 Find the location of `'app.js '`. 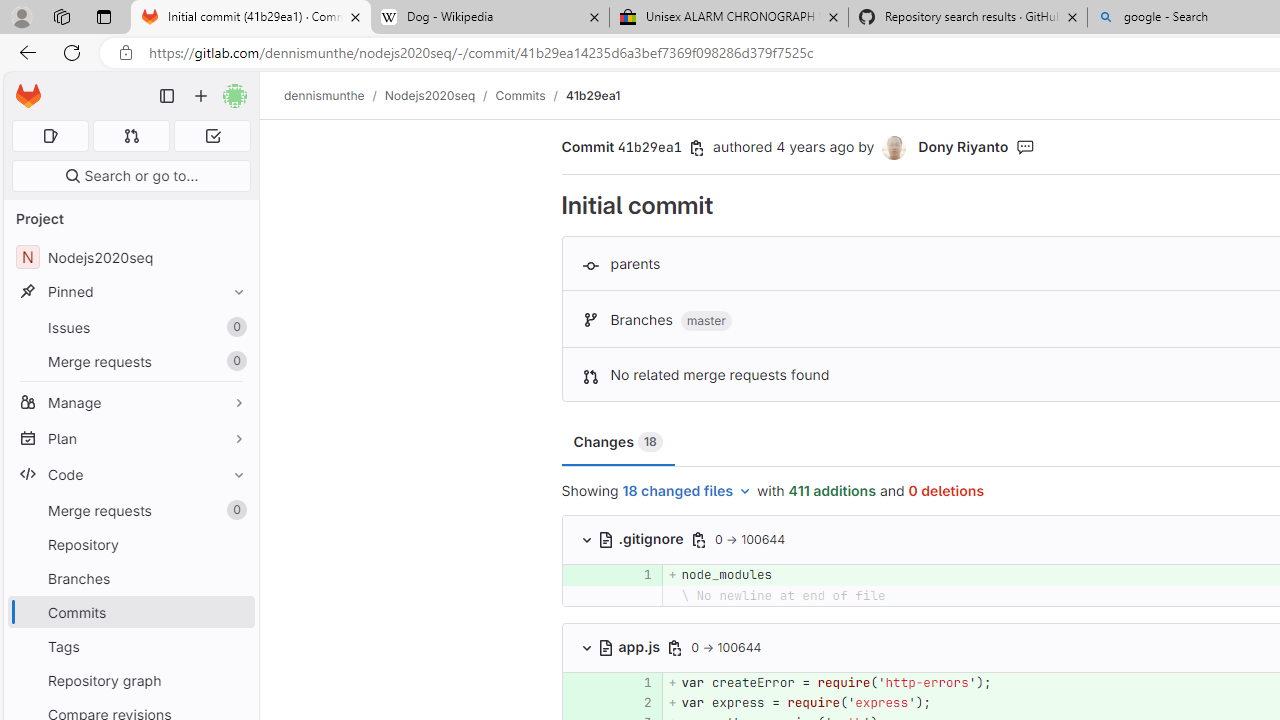

'app.js ' is located at coordinates (630, 646).